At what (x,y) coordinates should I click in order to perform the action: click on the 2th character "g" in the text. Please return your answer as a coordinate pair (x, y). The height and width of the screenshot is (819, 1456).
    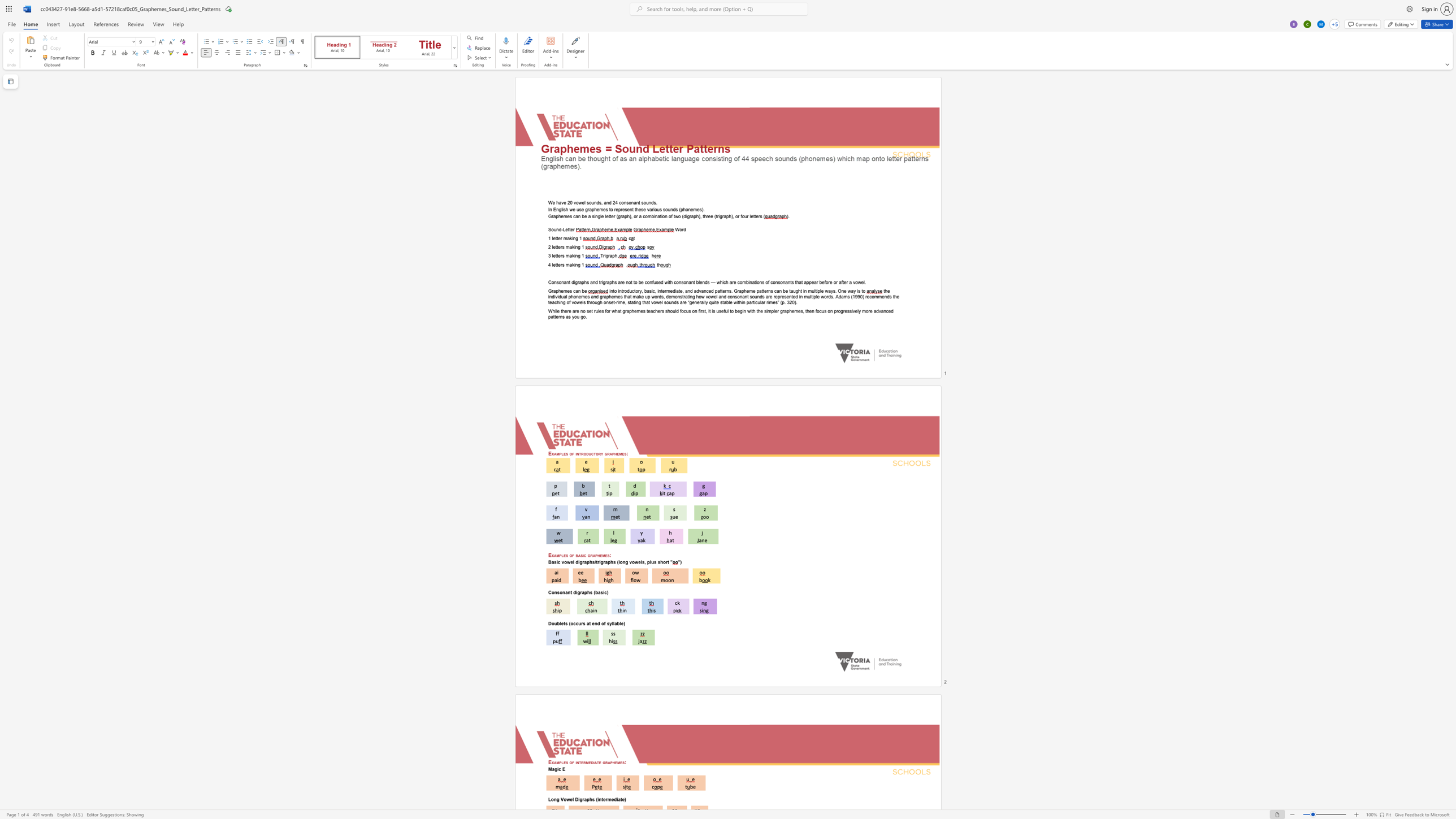
    Looking at the image, I should click on (586, 209).